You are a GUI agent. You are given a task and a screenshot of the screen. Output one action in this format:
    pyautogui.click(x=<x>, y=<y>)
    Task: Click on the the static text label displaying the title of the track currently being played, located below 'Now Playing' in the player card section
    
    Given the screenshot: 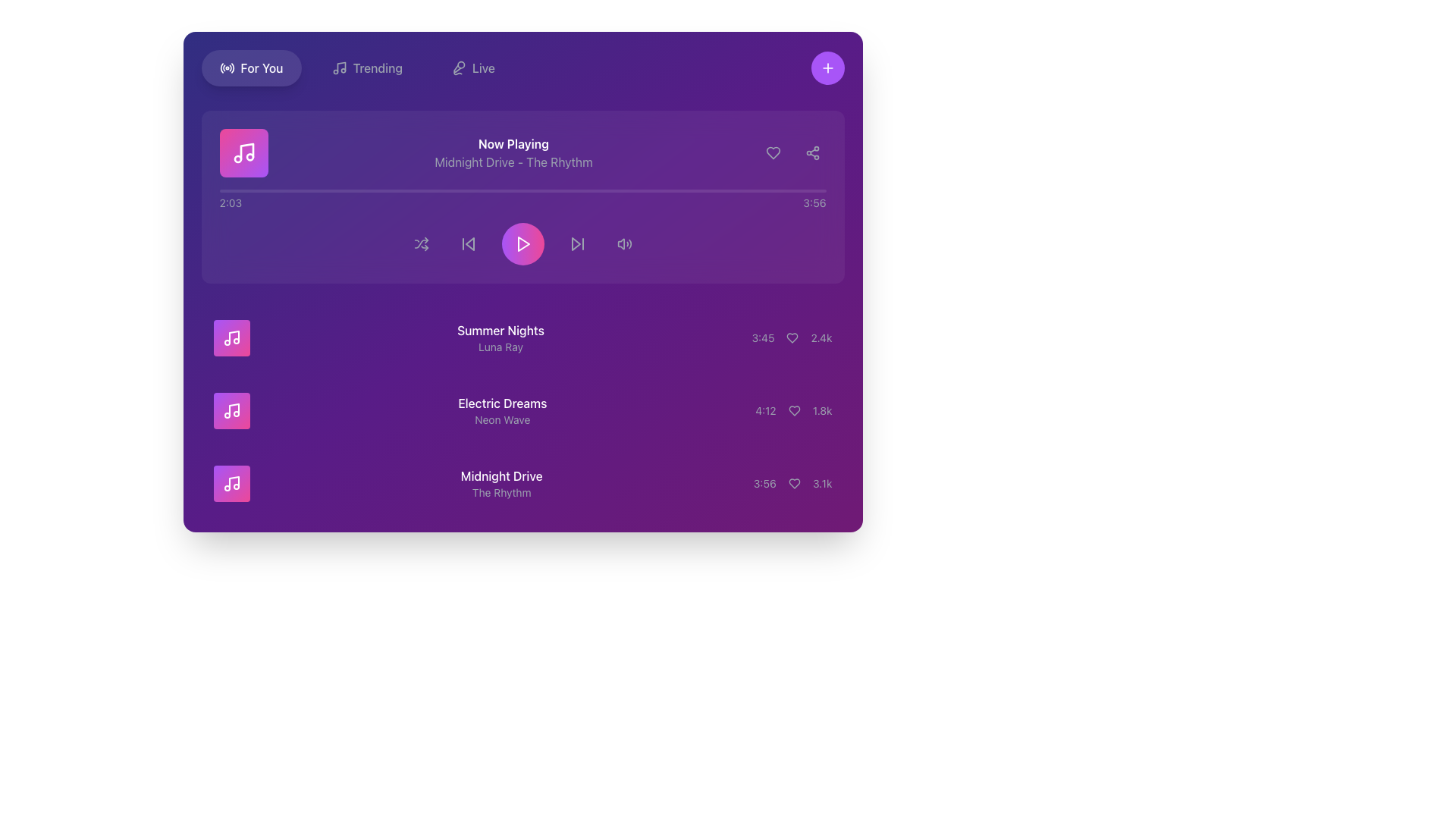 What is the action you would take?
    pyautogui.click(x=513, y=162)
    